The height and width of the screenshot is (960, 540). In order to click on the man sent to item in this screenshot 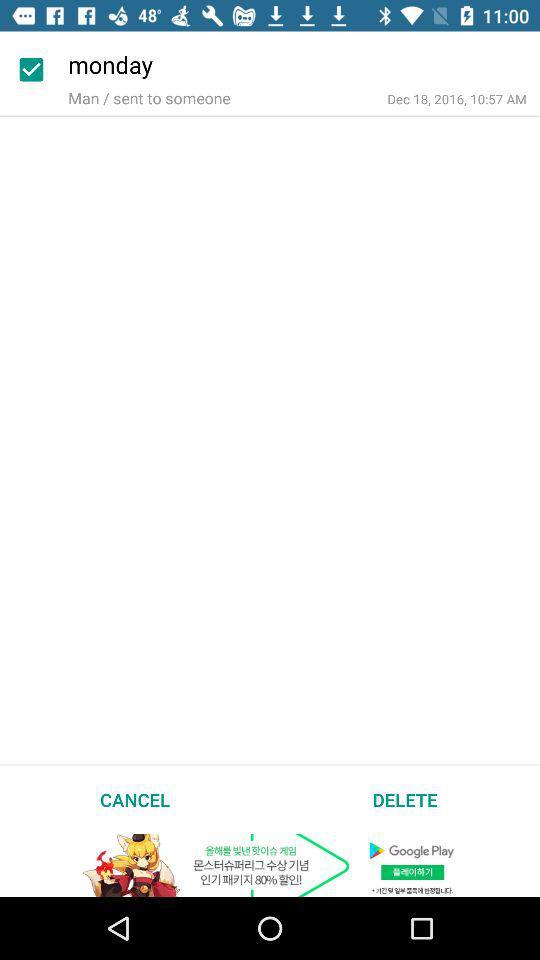, I will do `click(148, 98)`.